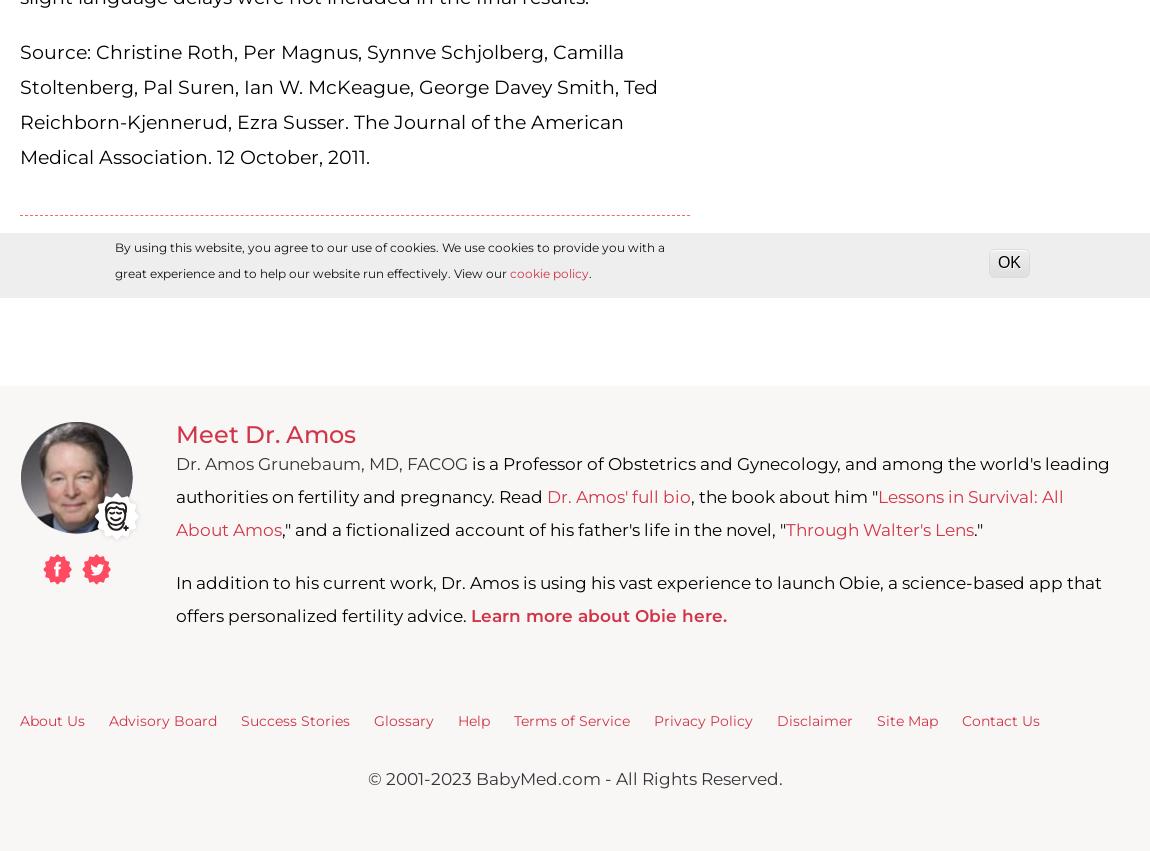 The image size is (1150, 851). Describe the element at coordinates (280, 530) in the screenshot. I see `'," and a fictionalized account of his father's life in the novel, "'` at that location.